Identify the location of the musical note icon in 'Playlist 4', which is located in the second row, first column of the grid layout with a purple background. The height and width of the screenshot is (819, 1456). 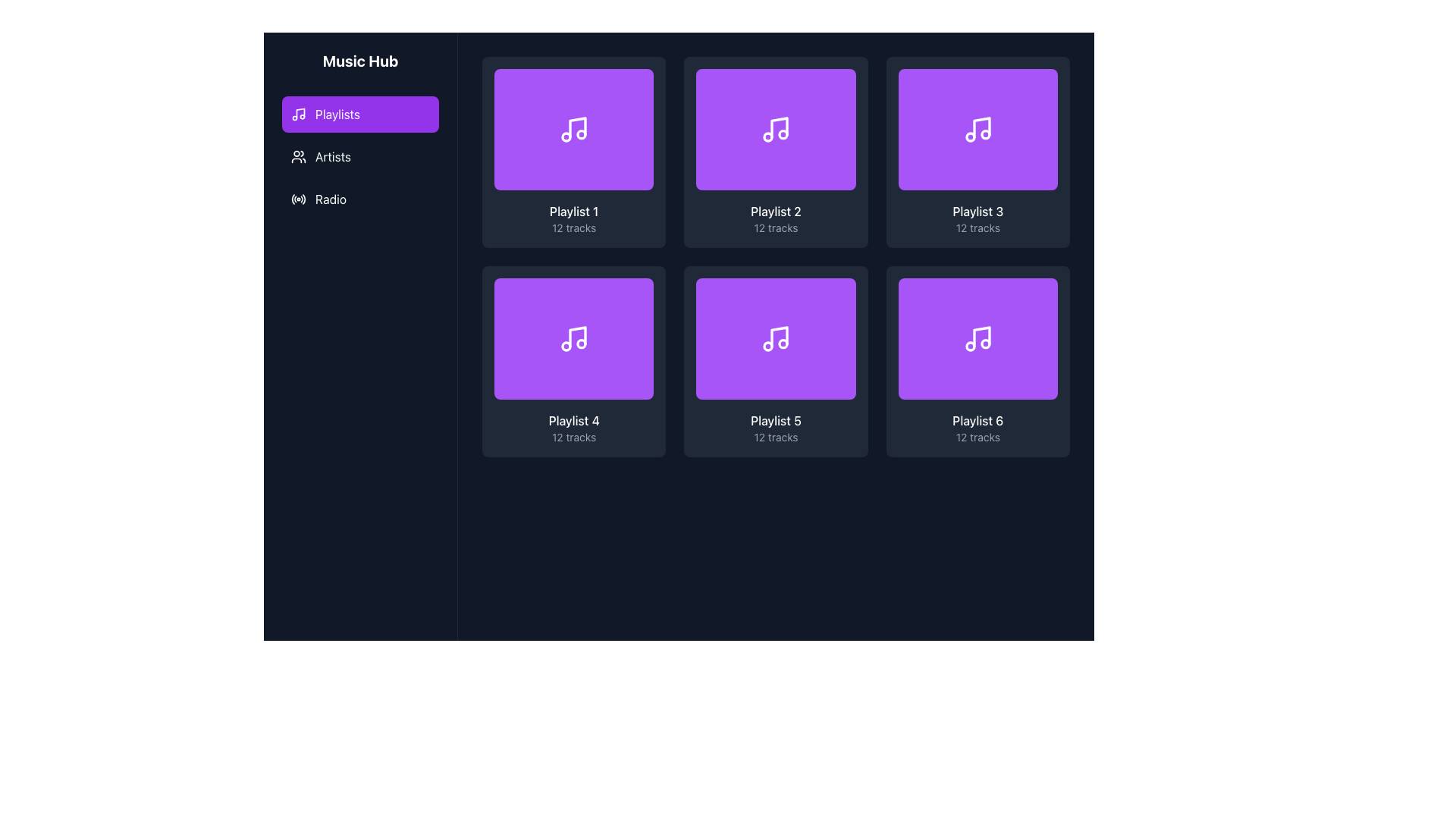
(577, 336).